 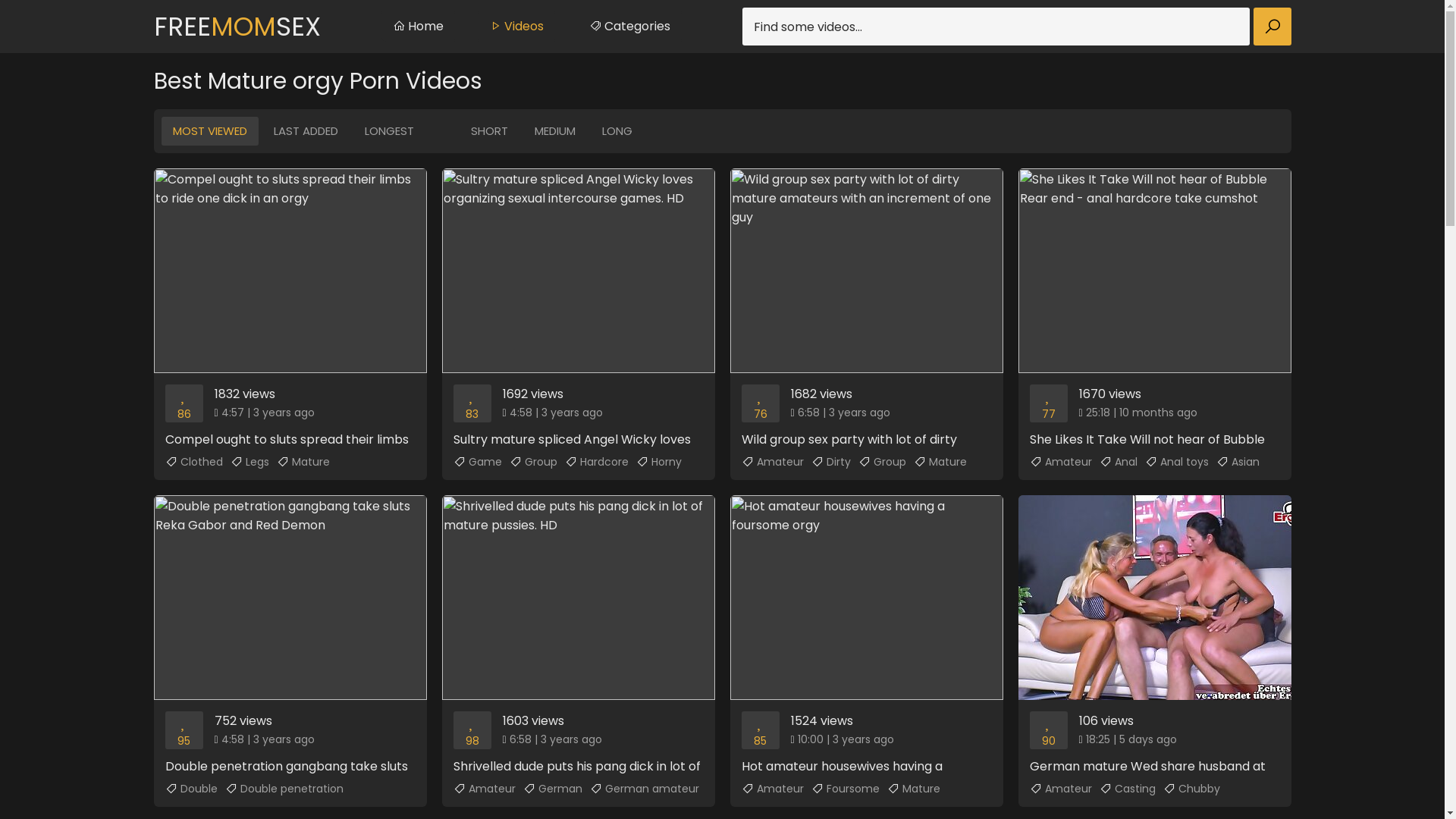 I want to click on 'Find', so click(x=1271, y=26).